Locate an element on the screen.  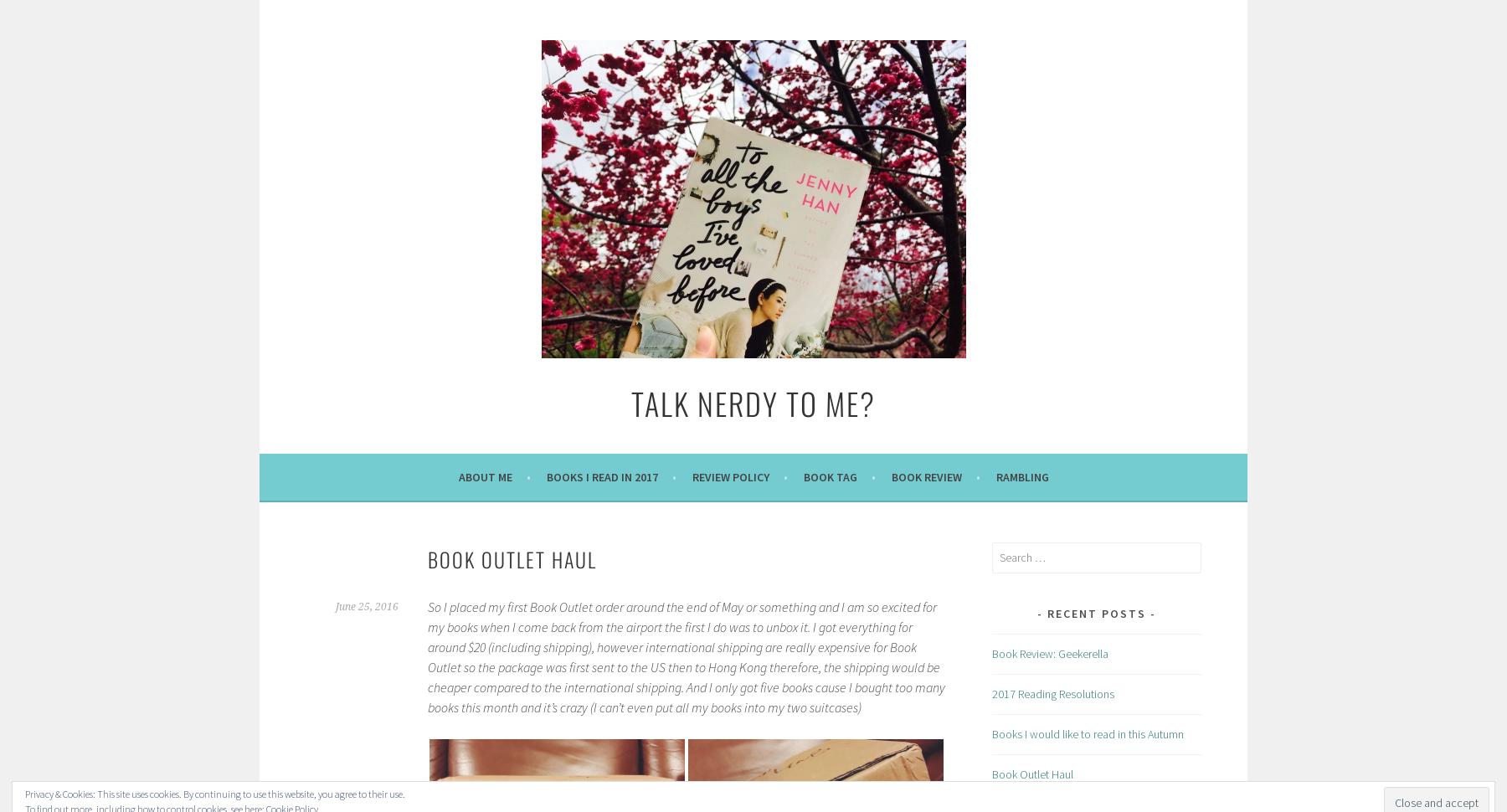
'Book Review: Geekerella' is located at coordinates (1050, 652).